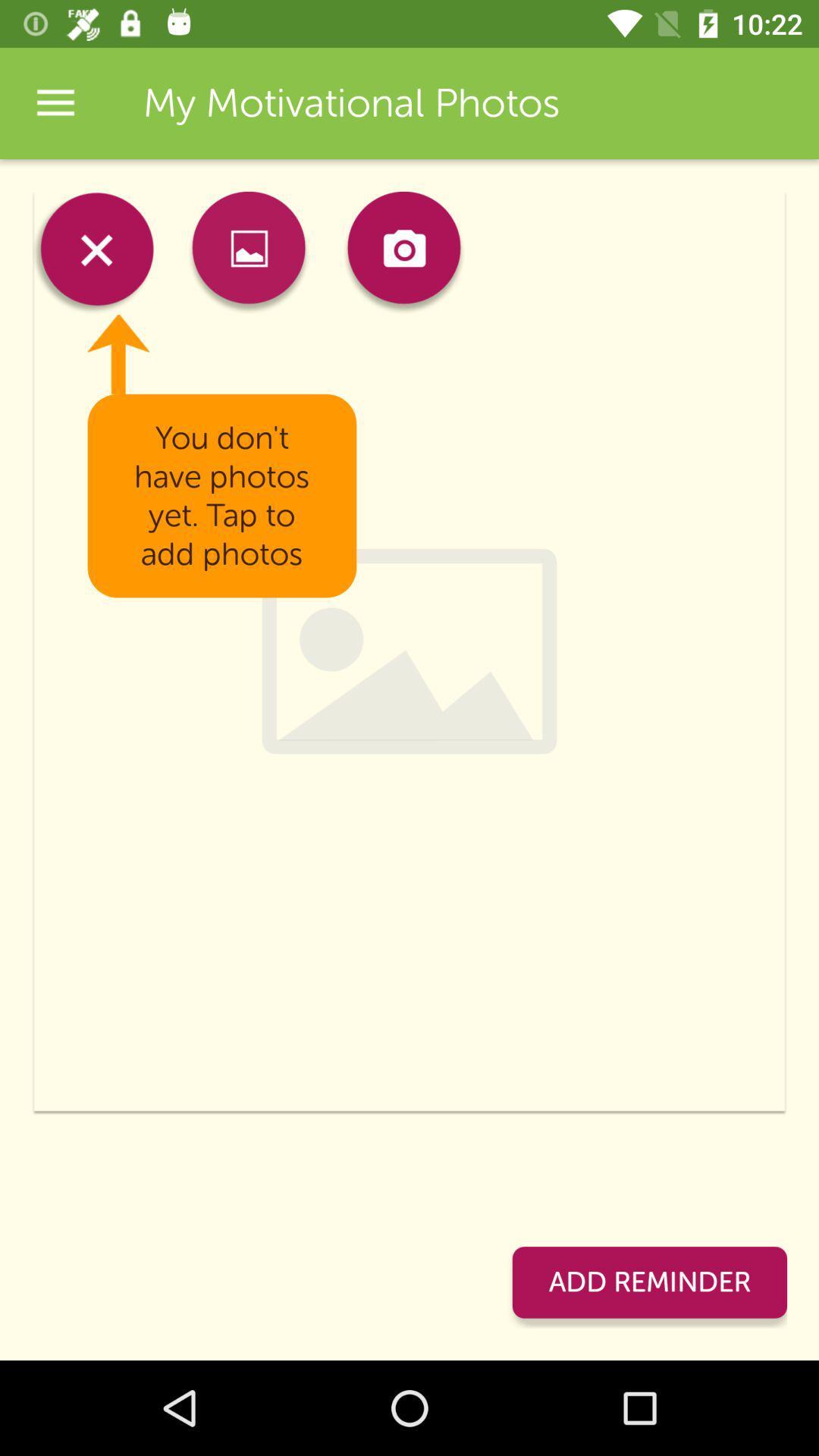 Image resolution: width=819 pixels, height=1456 pixels. What do you see at coordinates (248, 253) in the screenshot?
I see `item above the you don t item` at bounding box center [248, 253].